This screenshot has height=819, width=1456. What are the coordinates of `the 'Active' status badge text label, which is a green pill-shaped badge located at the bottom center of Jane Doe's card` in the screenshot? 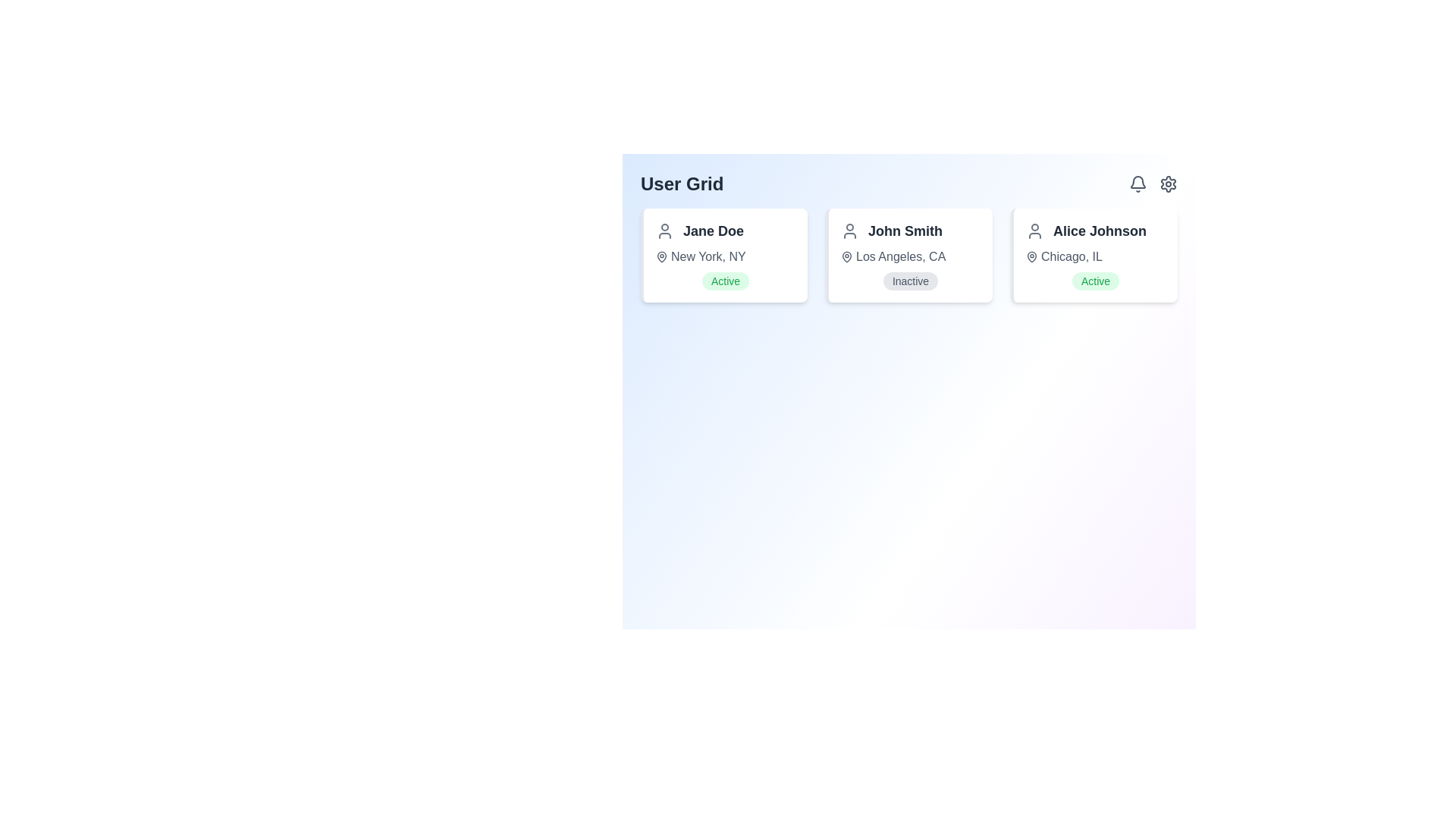 It's located at (724, 281).